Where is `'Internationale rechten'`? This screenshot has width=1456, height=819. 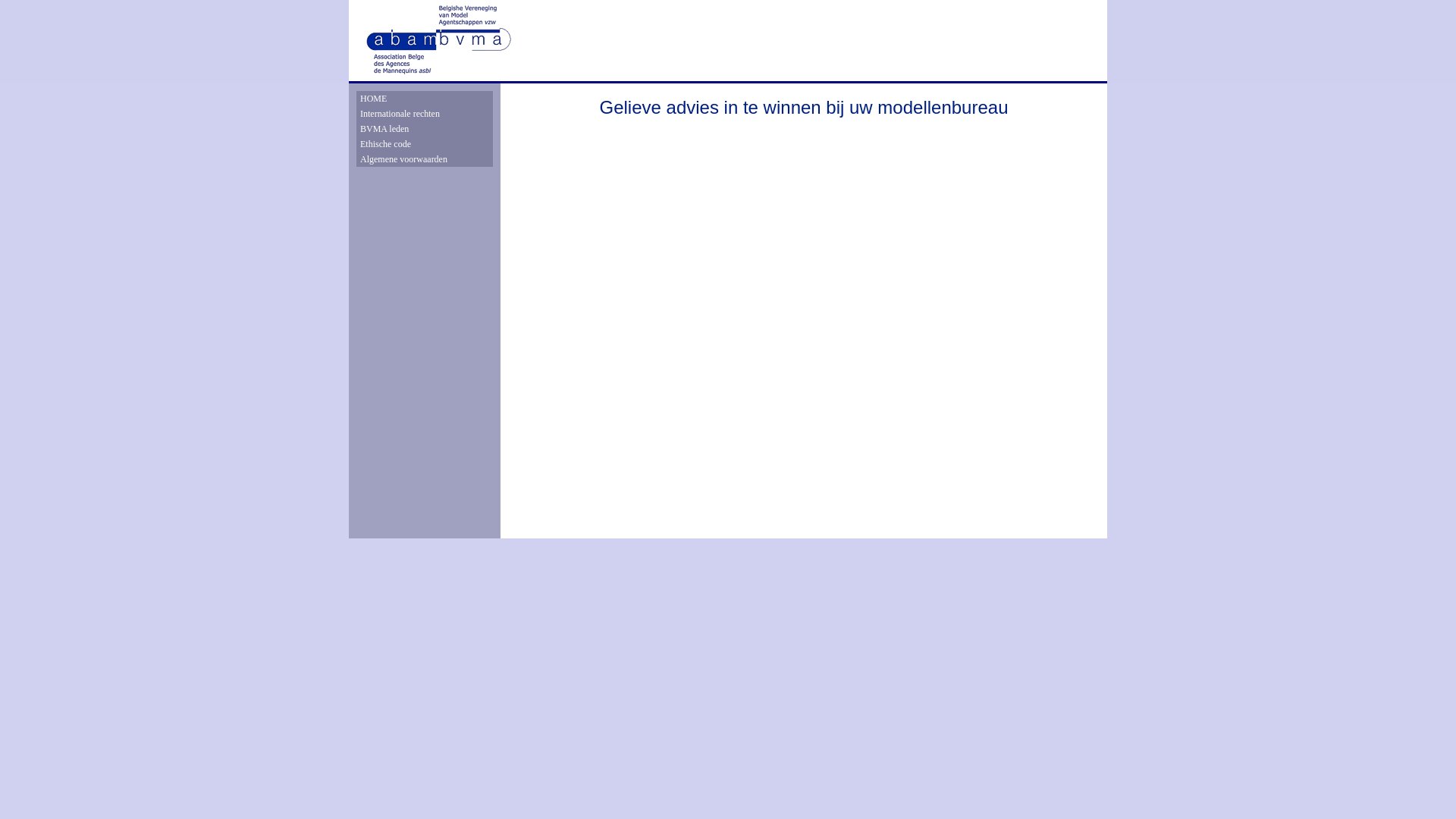 'Internationale rechten' is located at coordinates (359, 113).